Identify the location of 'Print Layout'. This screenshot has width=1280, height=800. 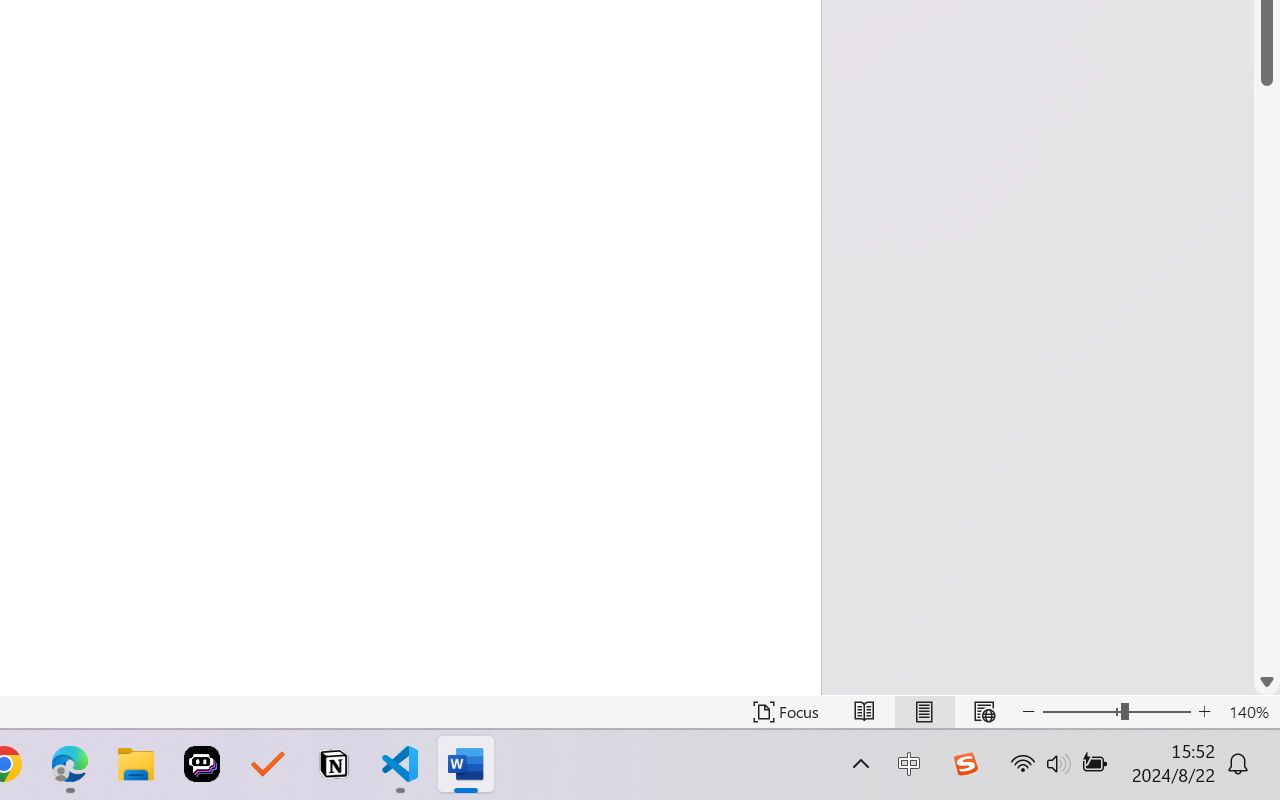
(923, 711).